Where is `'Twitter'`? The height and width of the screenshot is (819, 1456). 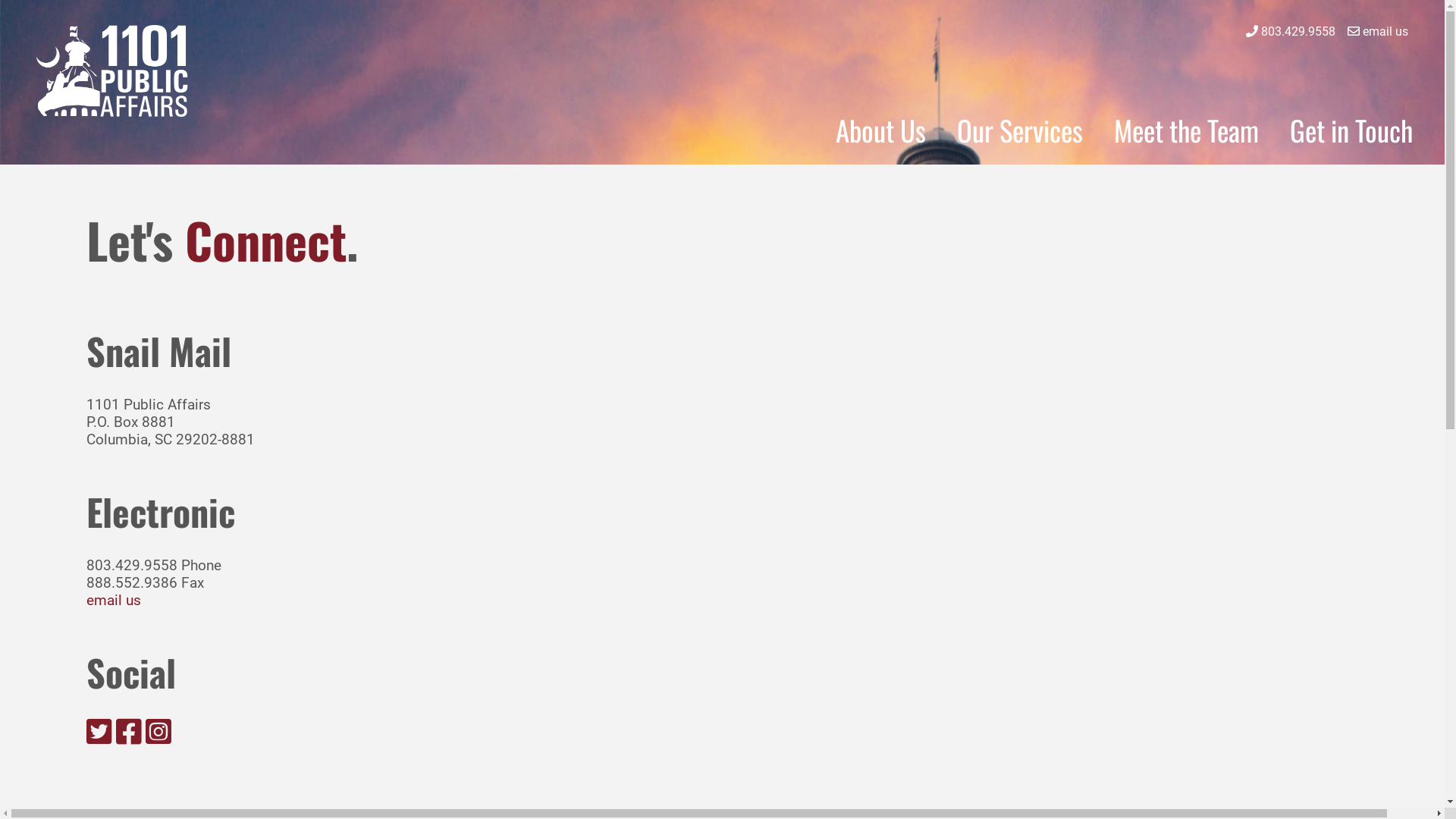 'Twitter' is located at coordinates (98, 730).